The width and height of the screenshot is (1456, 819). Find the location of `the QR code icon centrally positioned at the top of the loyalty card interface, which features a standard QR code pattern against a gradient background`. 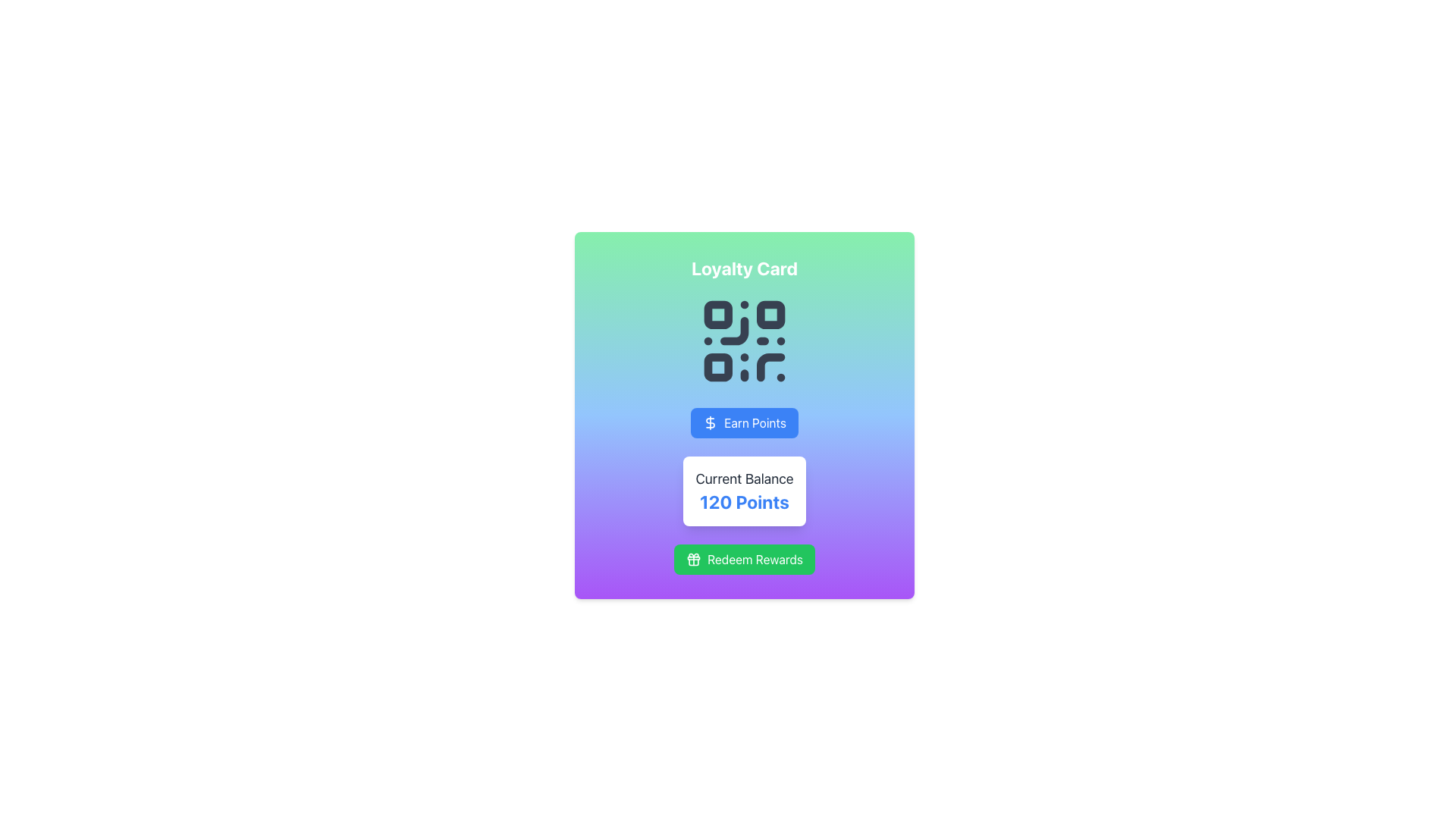

the QR code icon centrally positioned at the top of the loyalty card interface, which features a standard QR code pattern against a gradient background is located at coordinates (745, 341).